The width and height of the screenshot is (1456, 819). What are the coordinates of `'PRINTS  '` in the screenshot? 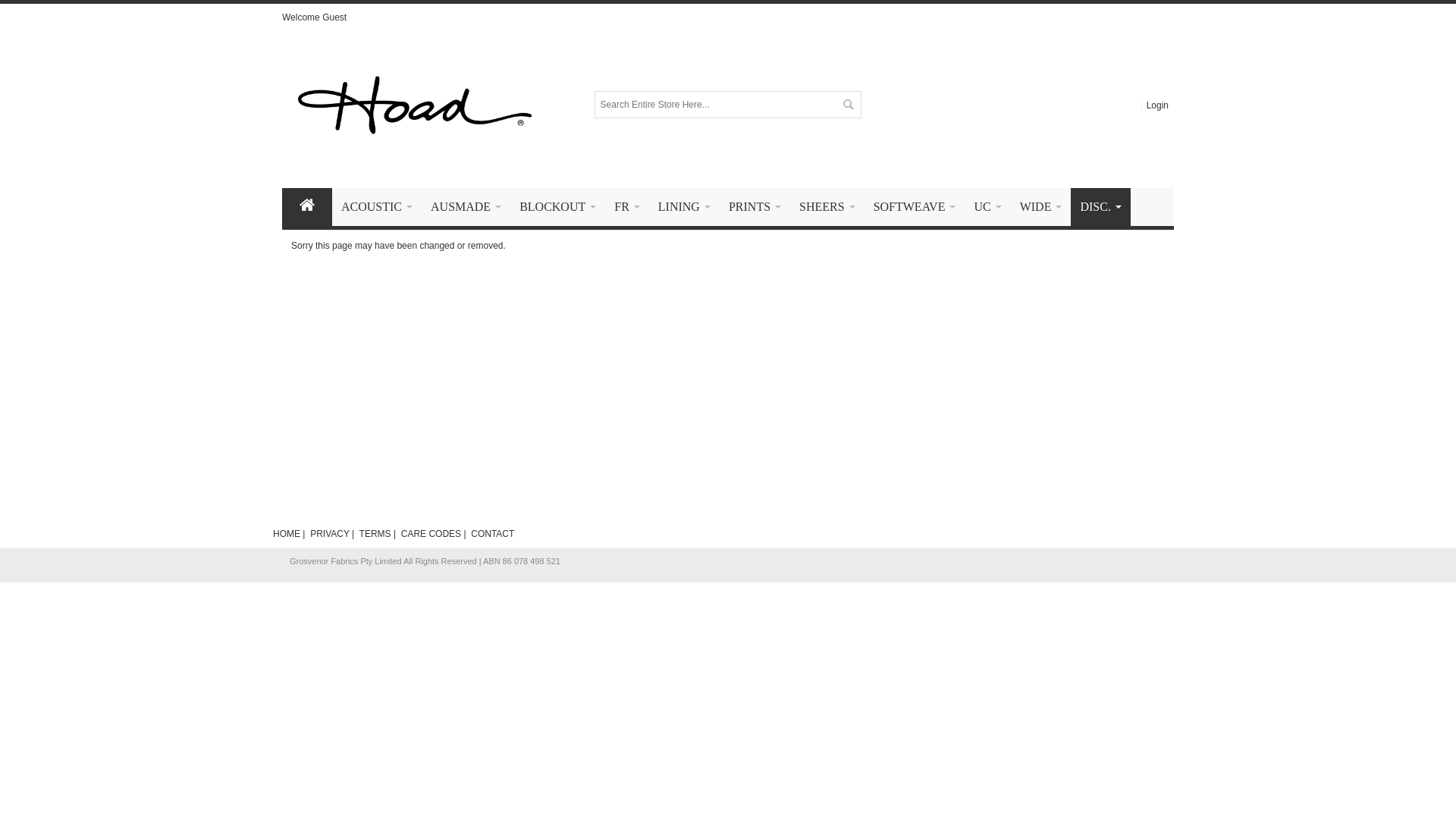 It's located at (755, 207).